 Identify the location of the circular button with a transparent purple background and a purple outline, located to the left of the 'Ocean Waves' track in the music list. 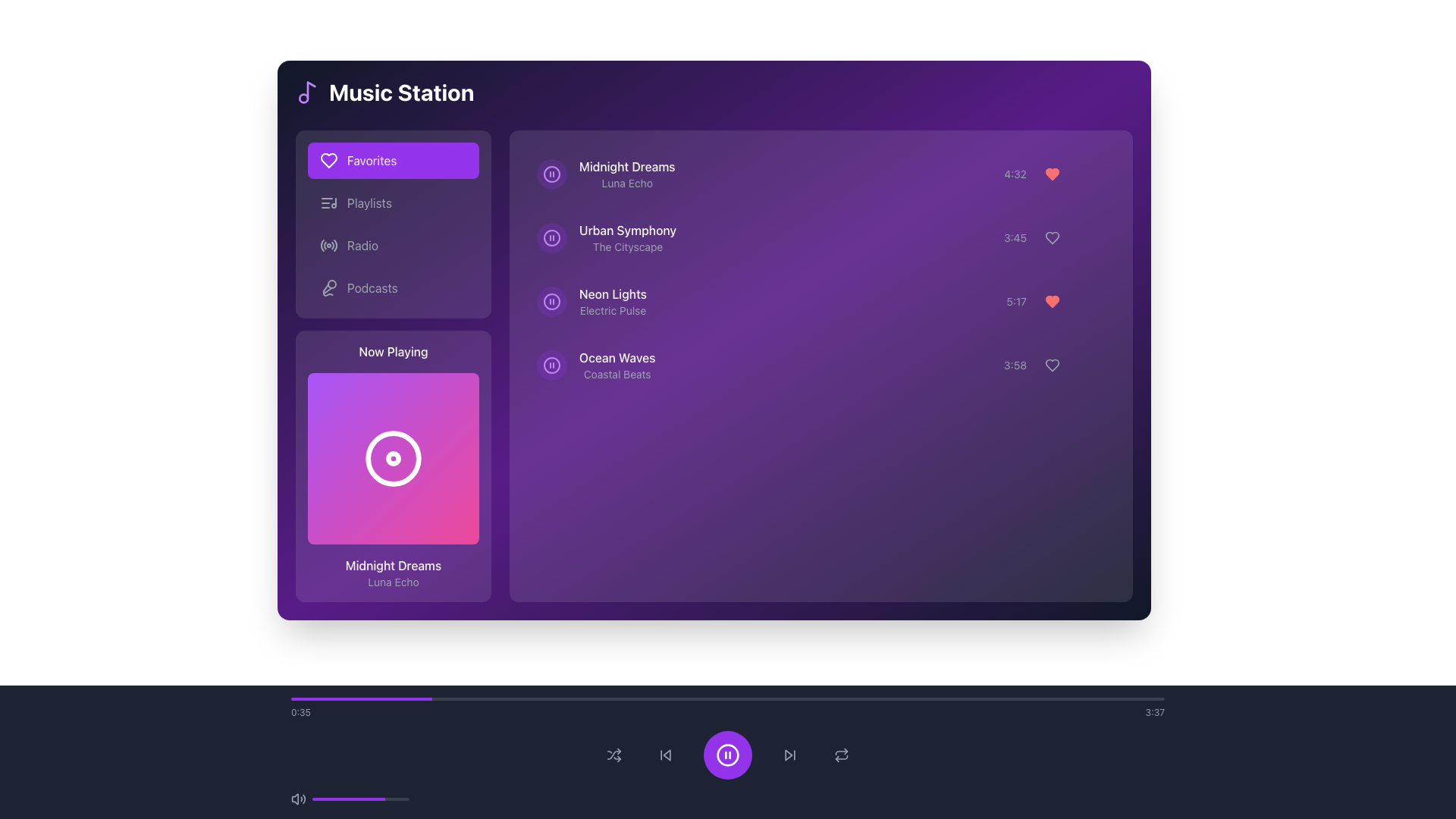
(551, 366).